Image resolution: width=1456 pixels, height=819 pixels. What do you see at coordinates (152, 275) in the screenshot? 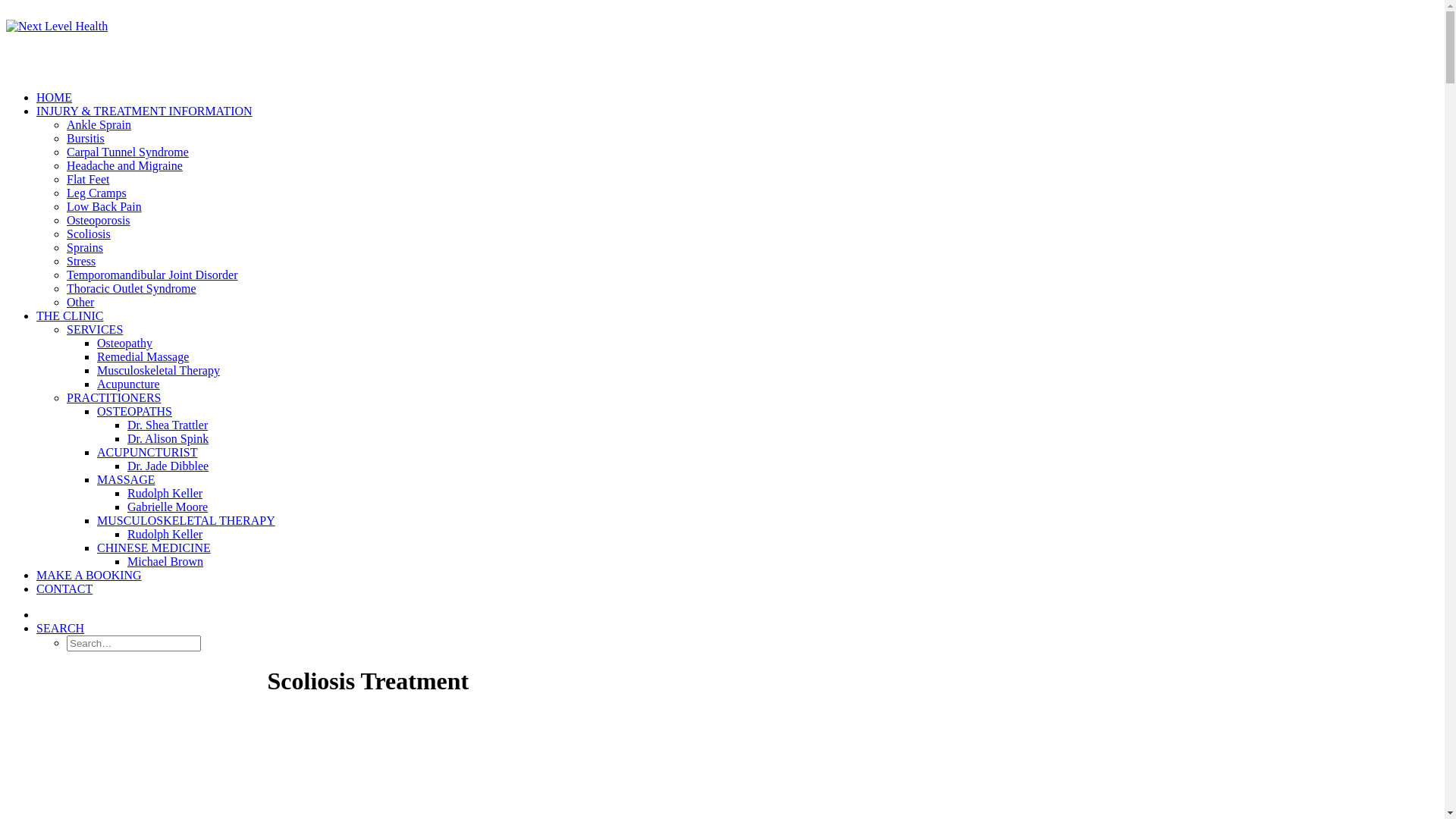
I see `'Temporomandibular Joint Disorder'` at bounding box center [152, 275].